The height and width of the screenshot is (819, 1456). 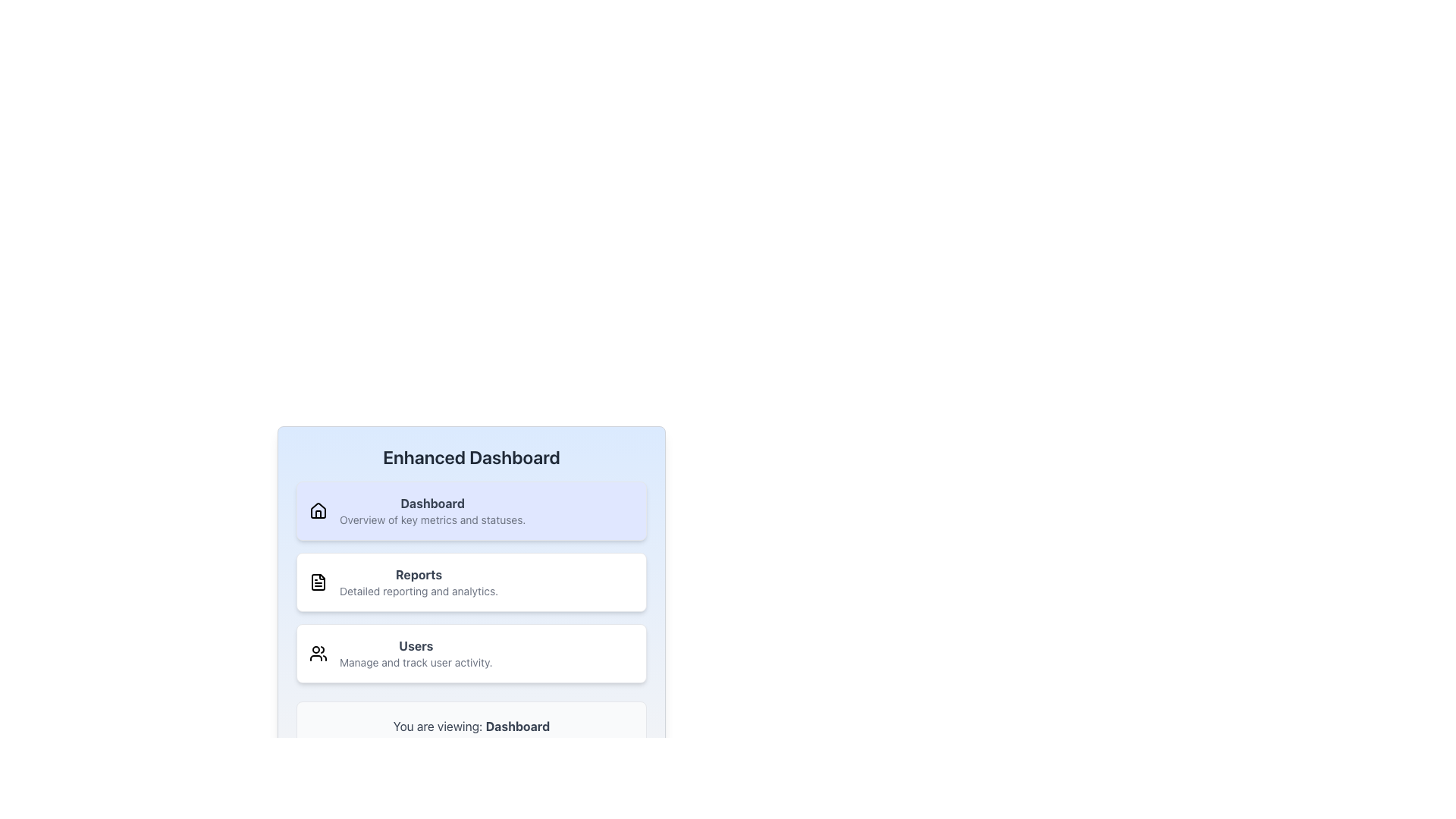 I want to click on the representation of the 'Users' menu icon, which is positioned on the left side of the card titled 'Users' in the Enhanced Dashboard, so click(x=318, y=652).